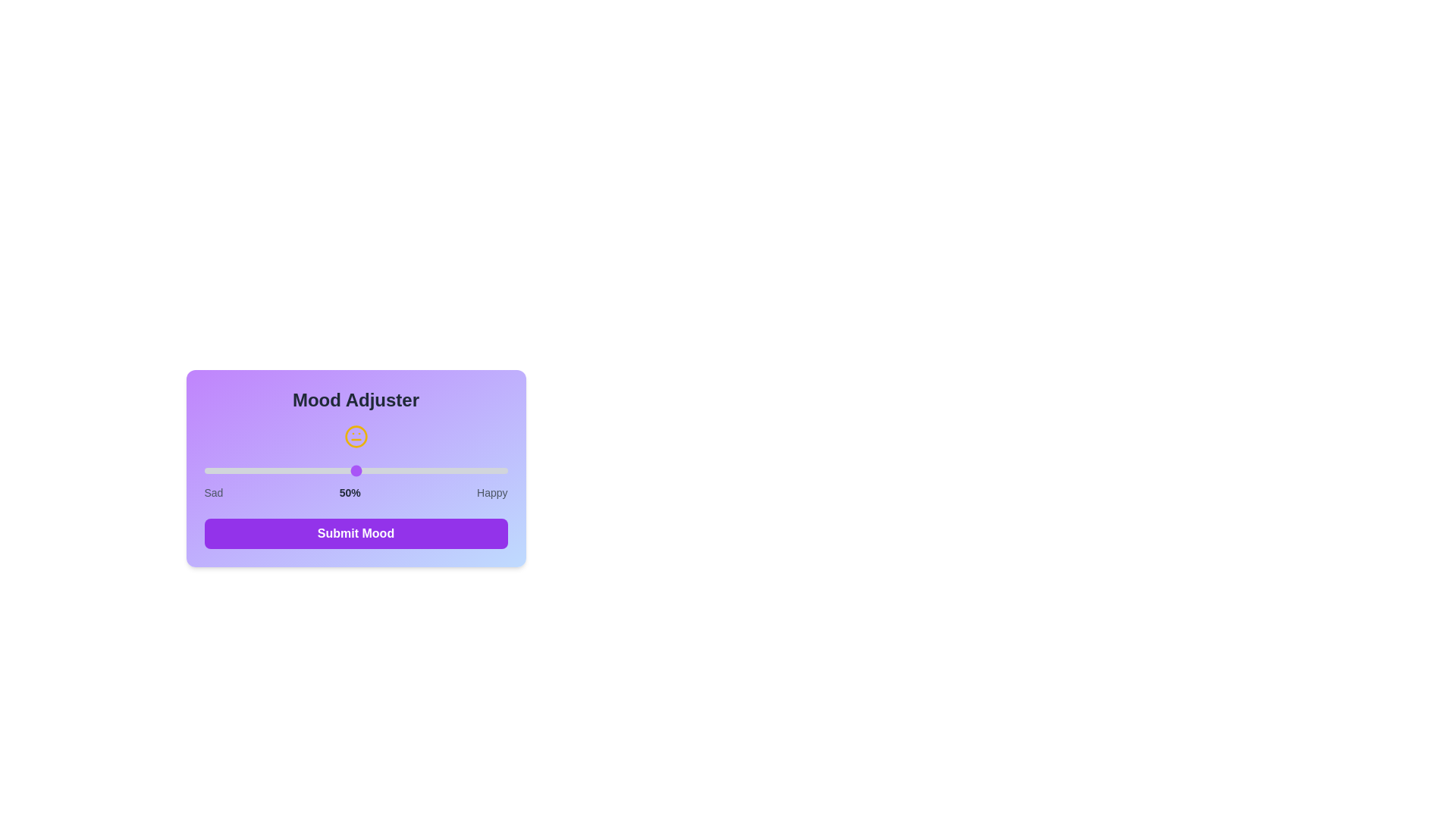  I want to click on the mood slider to 36% to observe the mood icon change, so click(312, 470).